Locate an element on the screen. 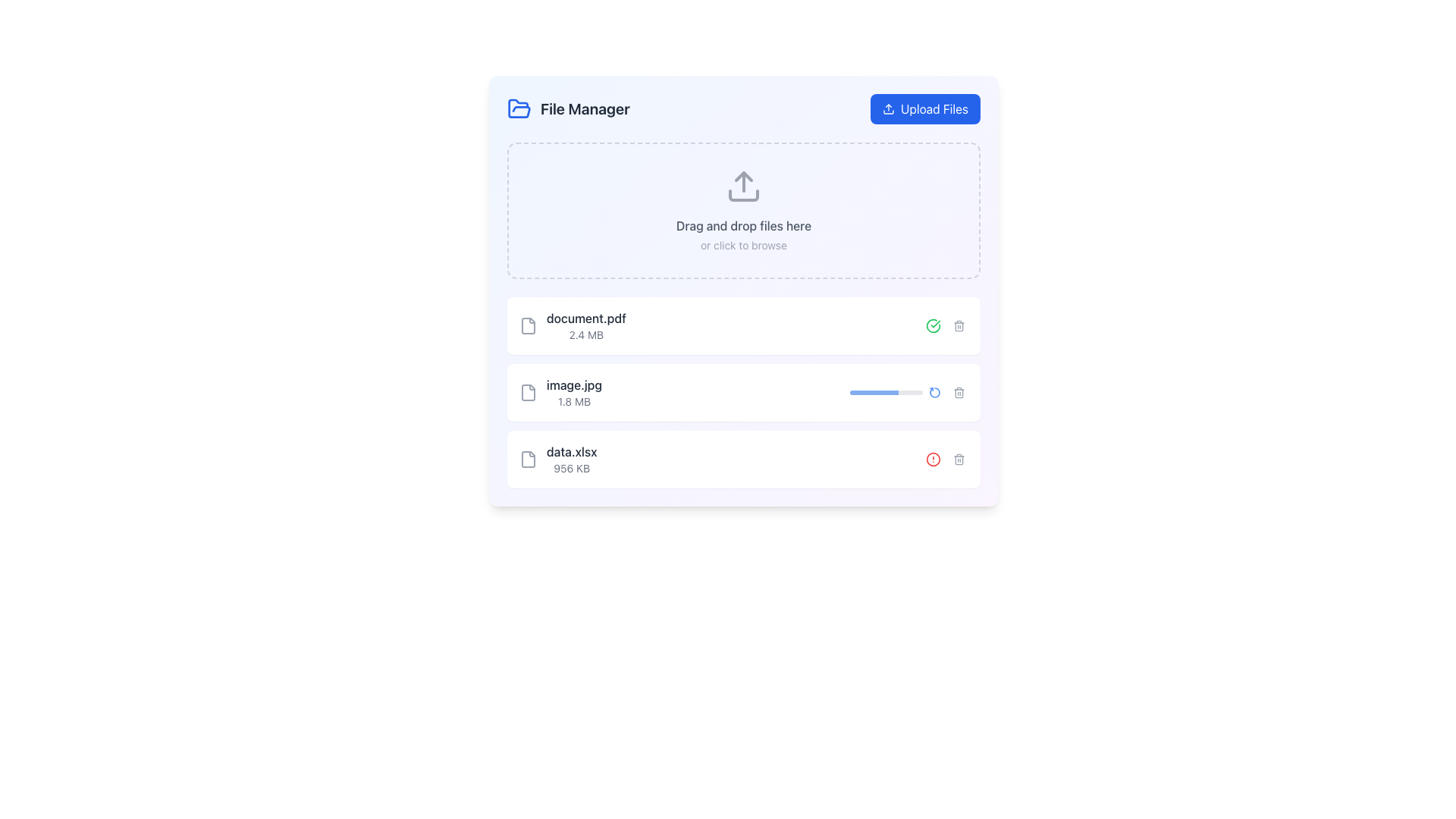  the 'File Manager' text label, which is styled in bold black font and positioned beside a blue folder icon in the top-left section of the interface is located at coordinates (584, 108).